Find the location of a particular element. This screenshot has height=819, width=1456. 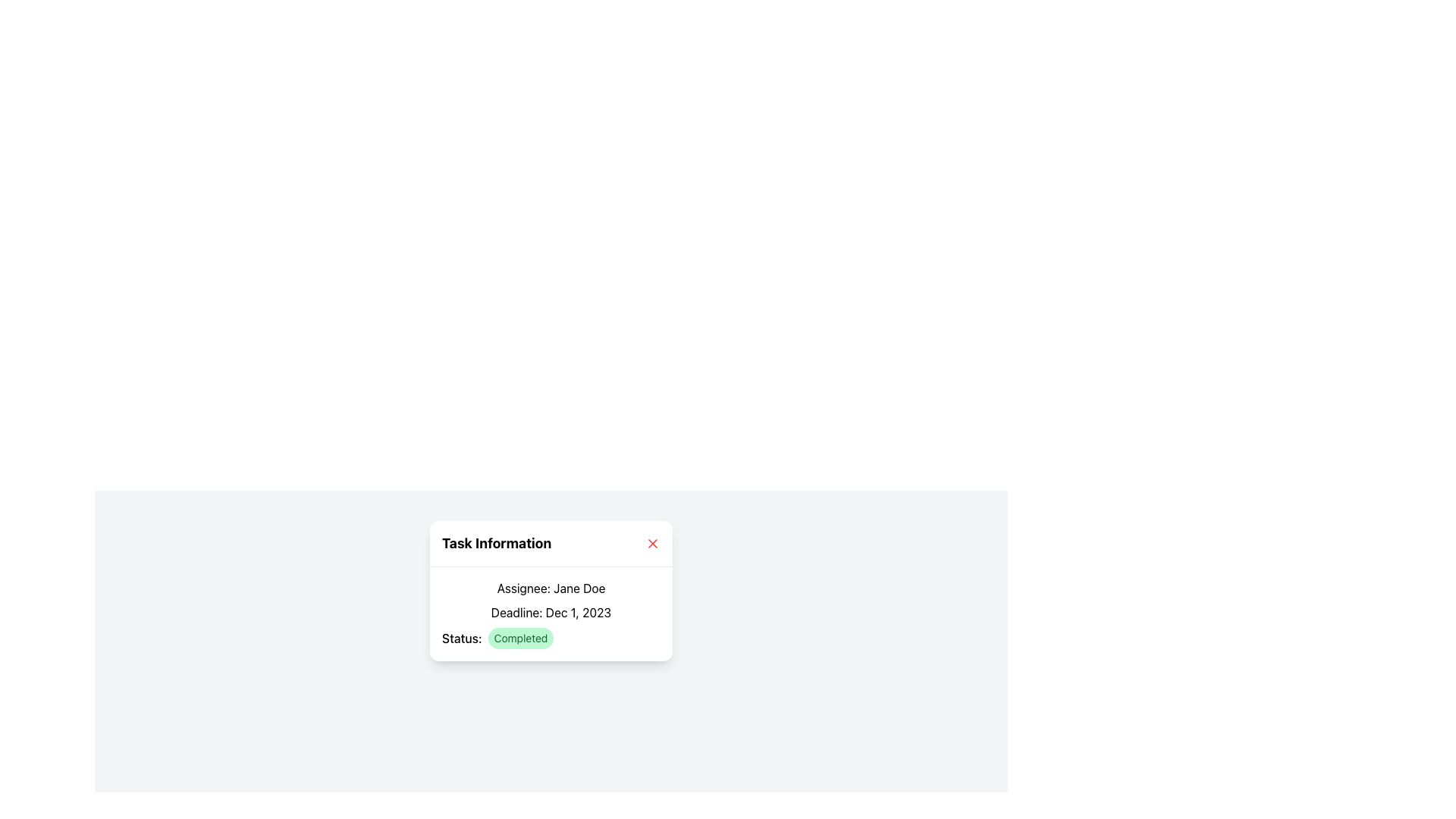

the 'Completed' label, which is a green, rounded rectangle located under the 'Status:' section in the 'Task Information' card is located at coordinates (520, 638).